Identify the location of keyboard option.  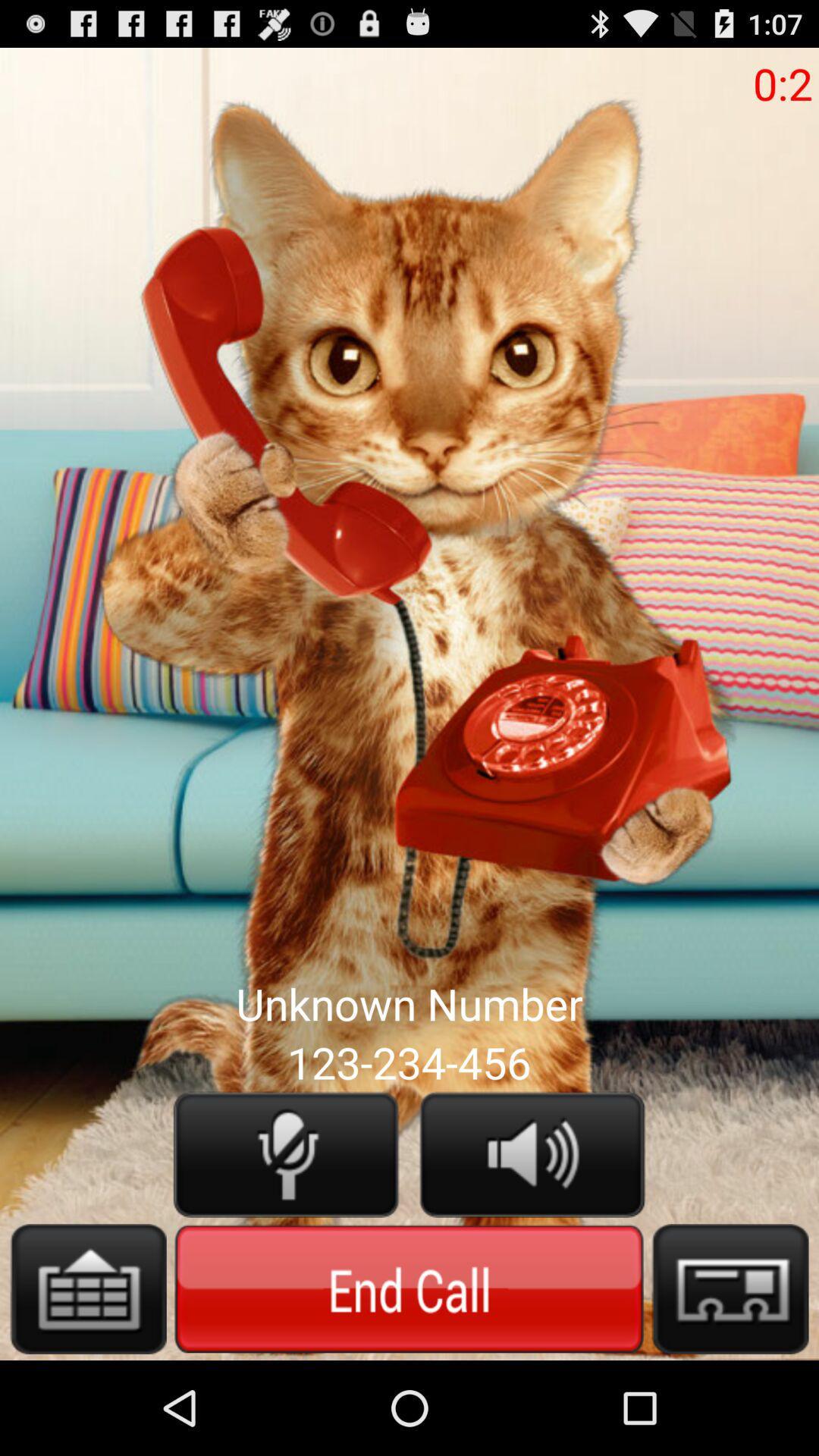
(88, 1288).